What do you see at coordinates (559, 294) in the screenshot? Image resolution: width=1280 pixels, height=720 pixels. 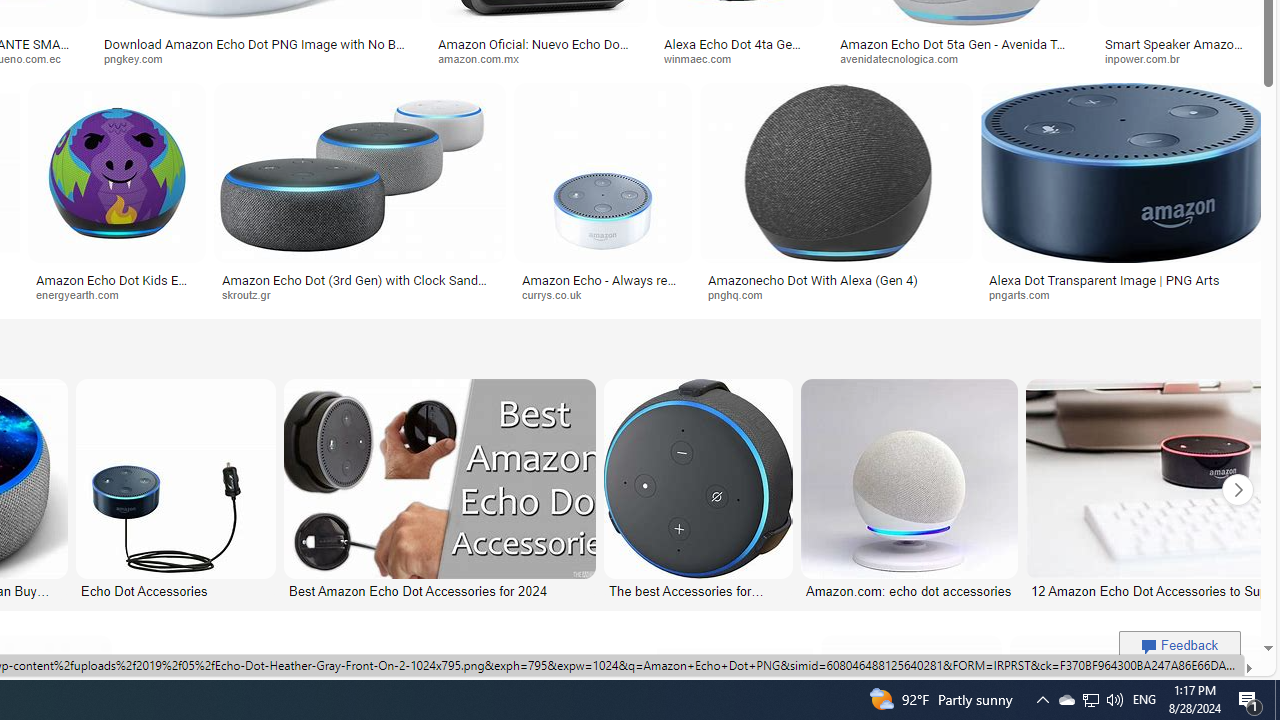 I see `'currys.co.uk'` at bounding box center [559, 294].